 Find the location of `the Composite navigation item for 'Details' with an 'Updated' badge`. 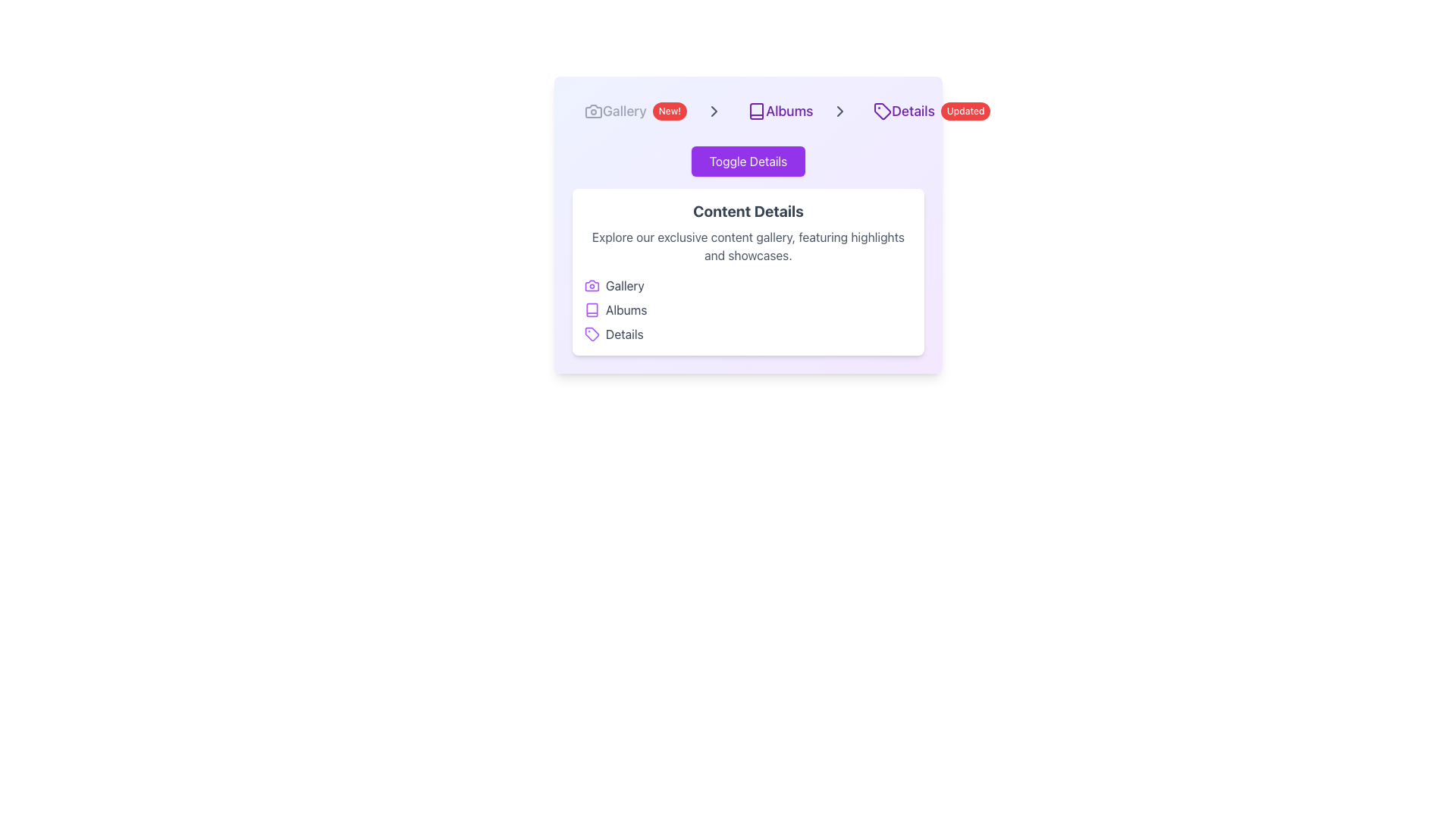

the Composite navigation item for 'Details' with an 'Updated' badge is located at coordinates (931, 110).